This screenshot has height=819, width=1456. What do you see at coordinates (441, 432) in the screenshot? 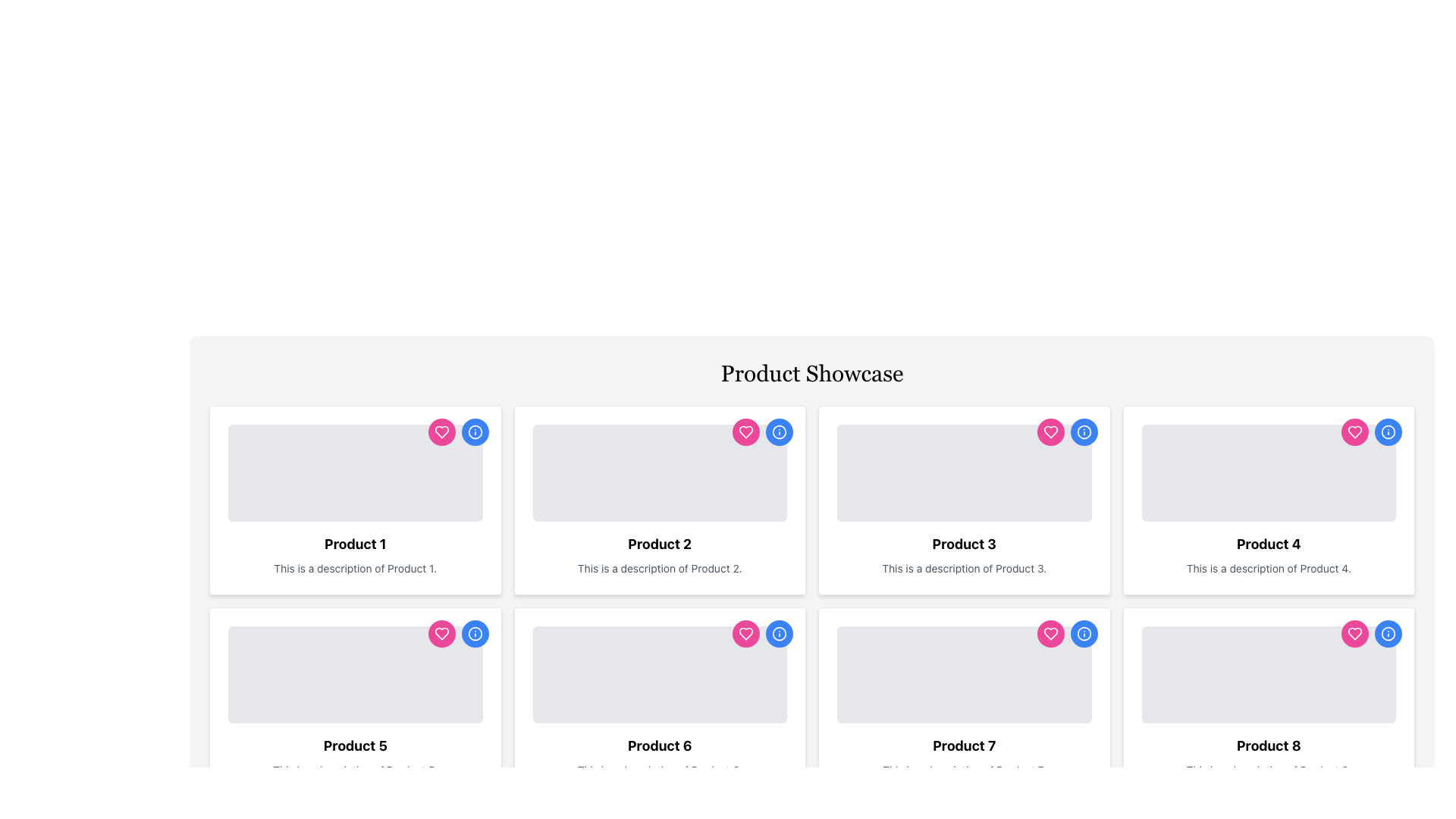
I see `the 'favorite' or 'like' icon located in the top-right corner of the 'Product 2' card` at bounding box center [441, 432].